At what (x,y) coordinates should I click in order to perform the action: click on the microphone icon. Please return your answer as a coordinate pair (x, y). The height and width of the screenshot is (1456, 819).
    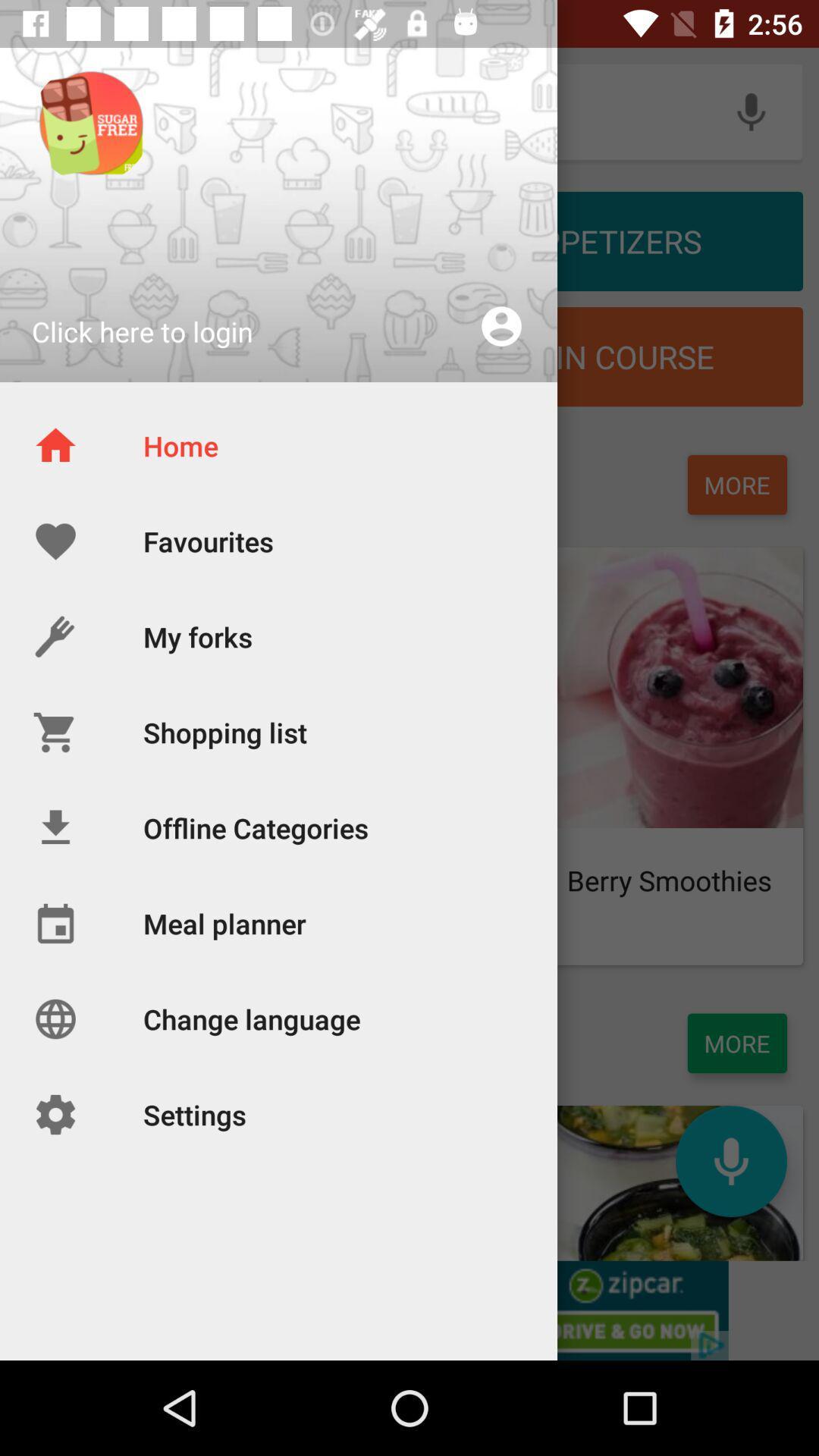
    Looking at the image, I should click on (751, 111).